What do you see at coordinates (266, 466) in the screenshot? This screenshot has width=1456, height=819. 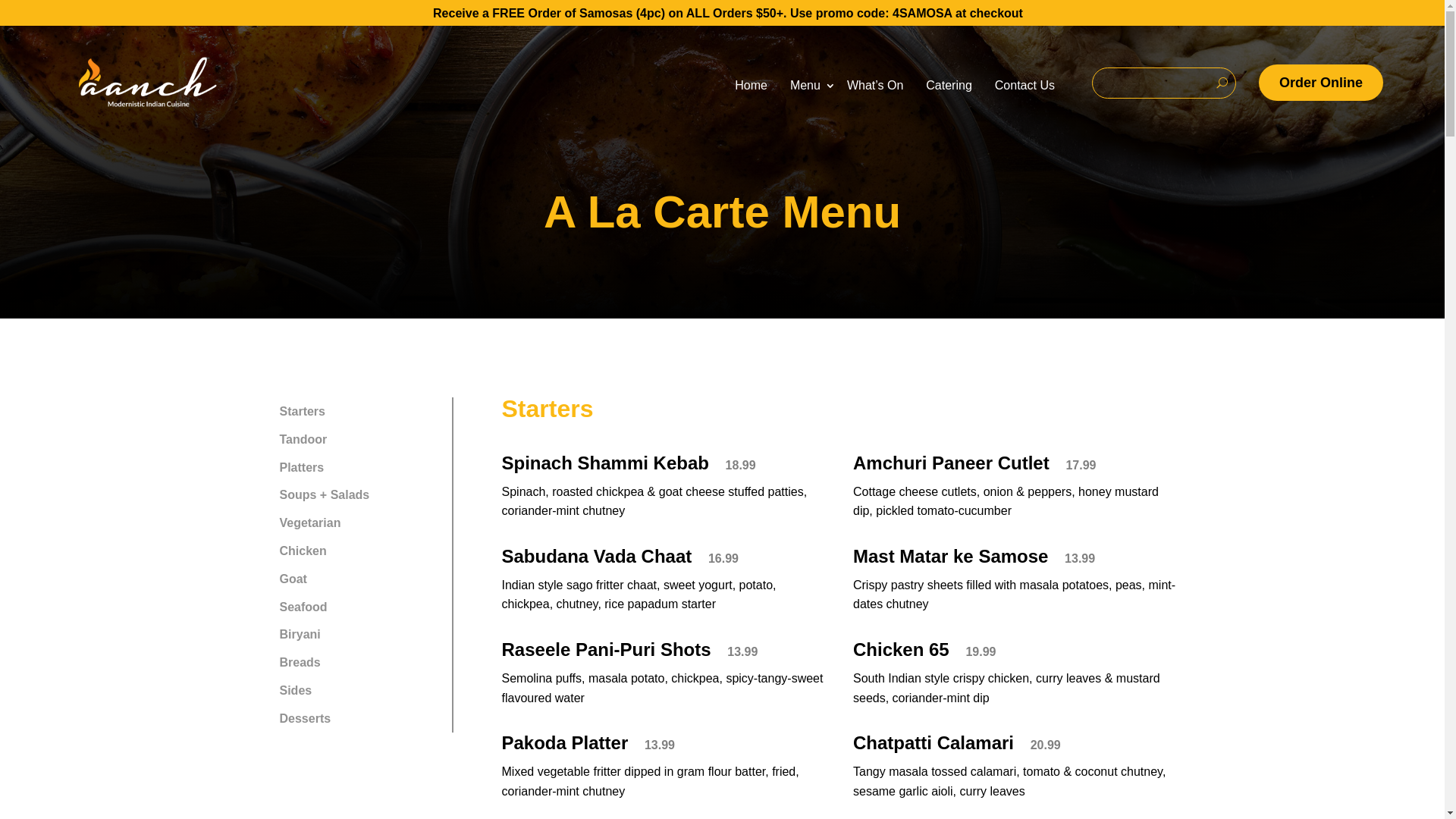 I see `'Platters'` at bounding box center [266, 466].